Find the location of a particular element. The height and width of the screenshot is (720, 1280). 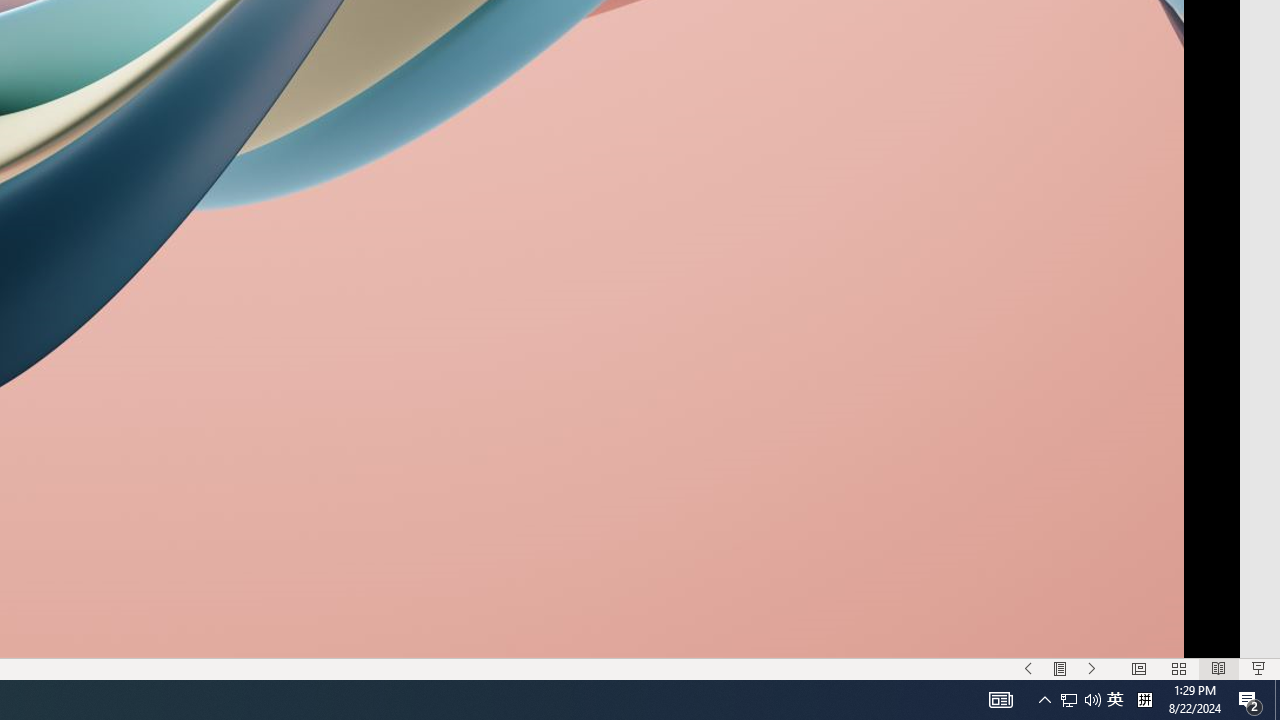

'Slide Show Previous On' is located at coordinates (1028, 669).